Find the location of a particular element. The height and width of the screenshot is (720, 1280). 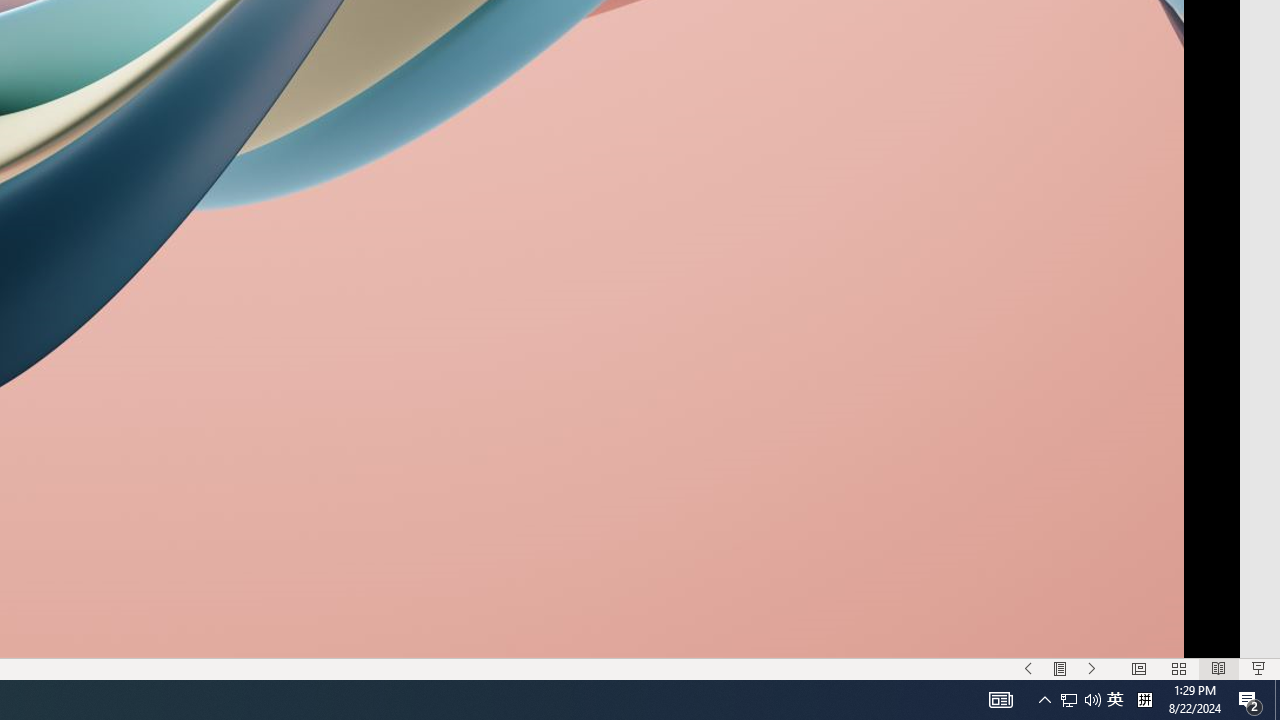

'Slide Show Previous On' is located at coordinates (1028, 669).